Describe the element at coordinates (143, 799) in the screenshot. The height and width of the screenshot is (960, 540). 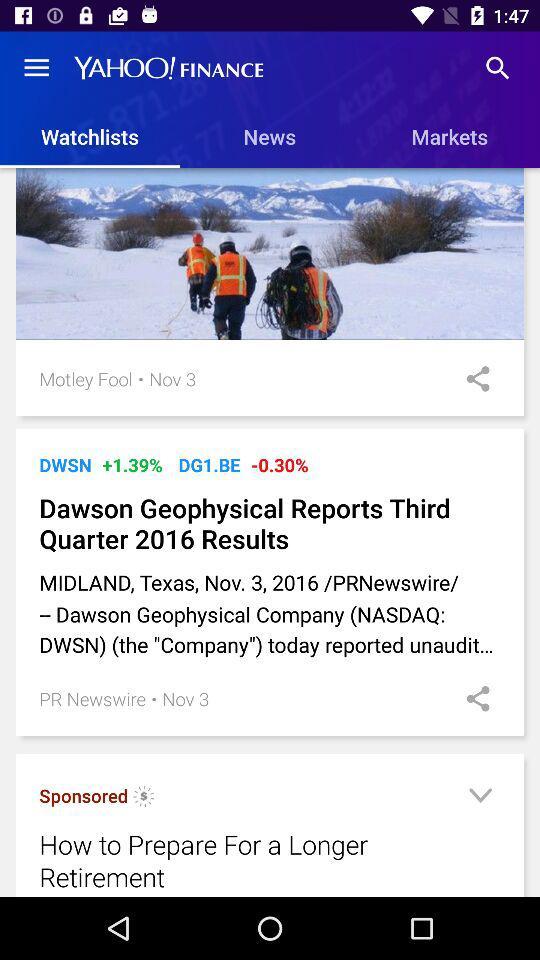
I see `the icon above the how to prepare icon` at that location.